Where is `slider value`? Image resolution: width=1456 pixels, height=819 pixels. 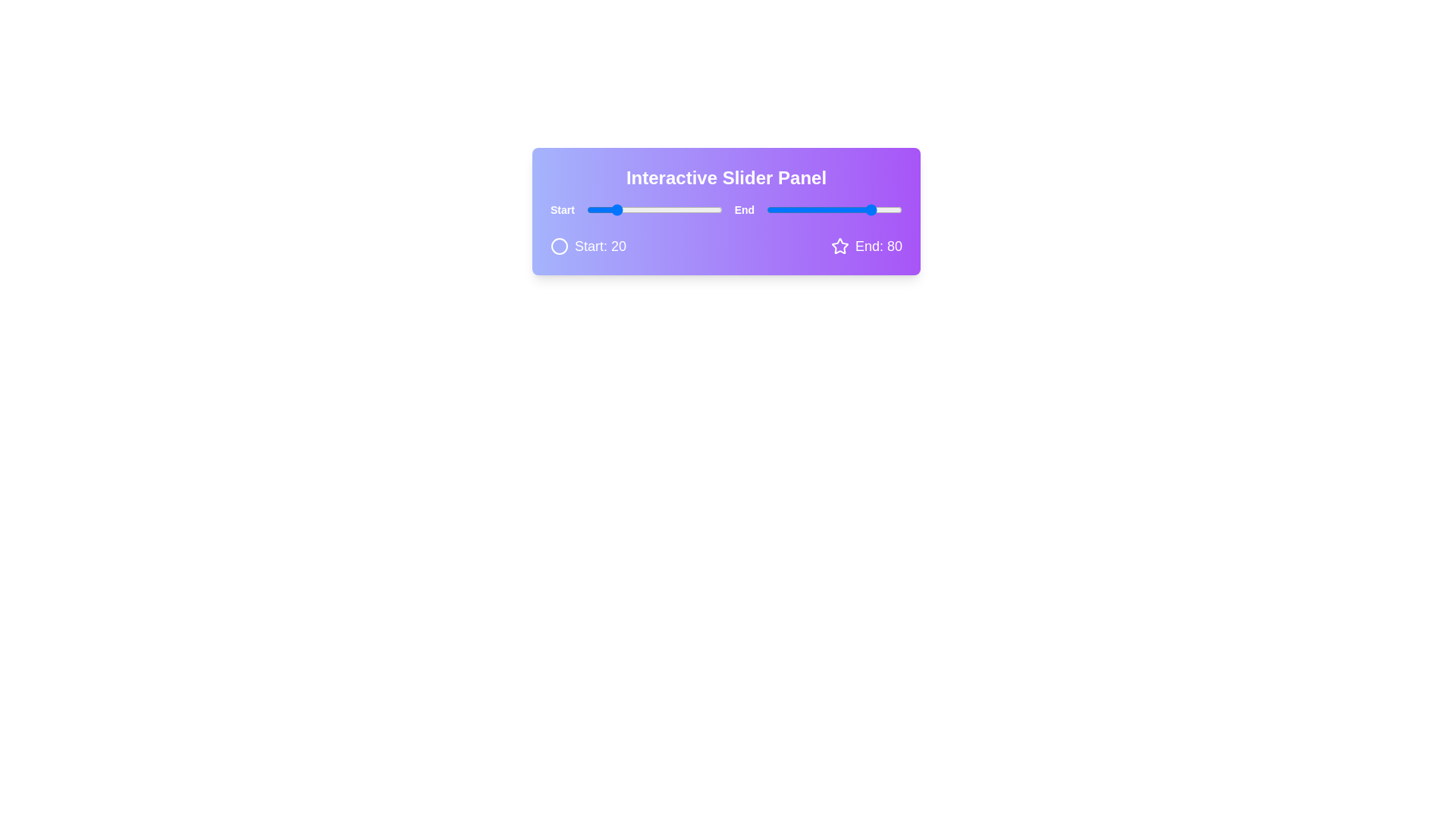 slider value is located at coordinates (676, 210).